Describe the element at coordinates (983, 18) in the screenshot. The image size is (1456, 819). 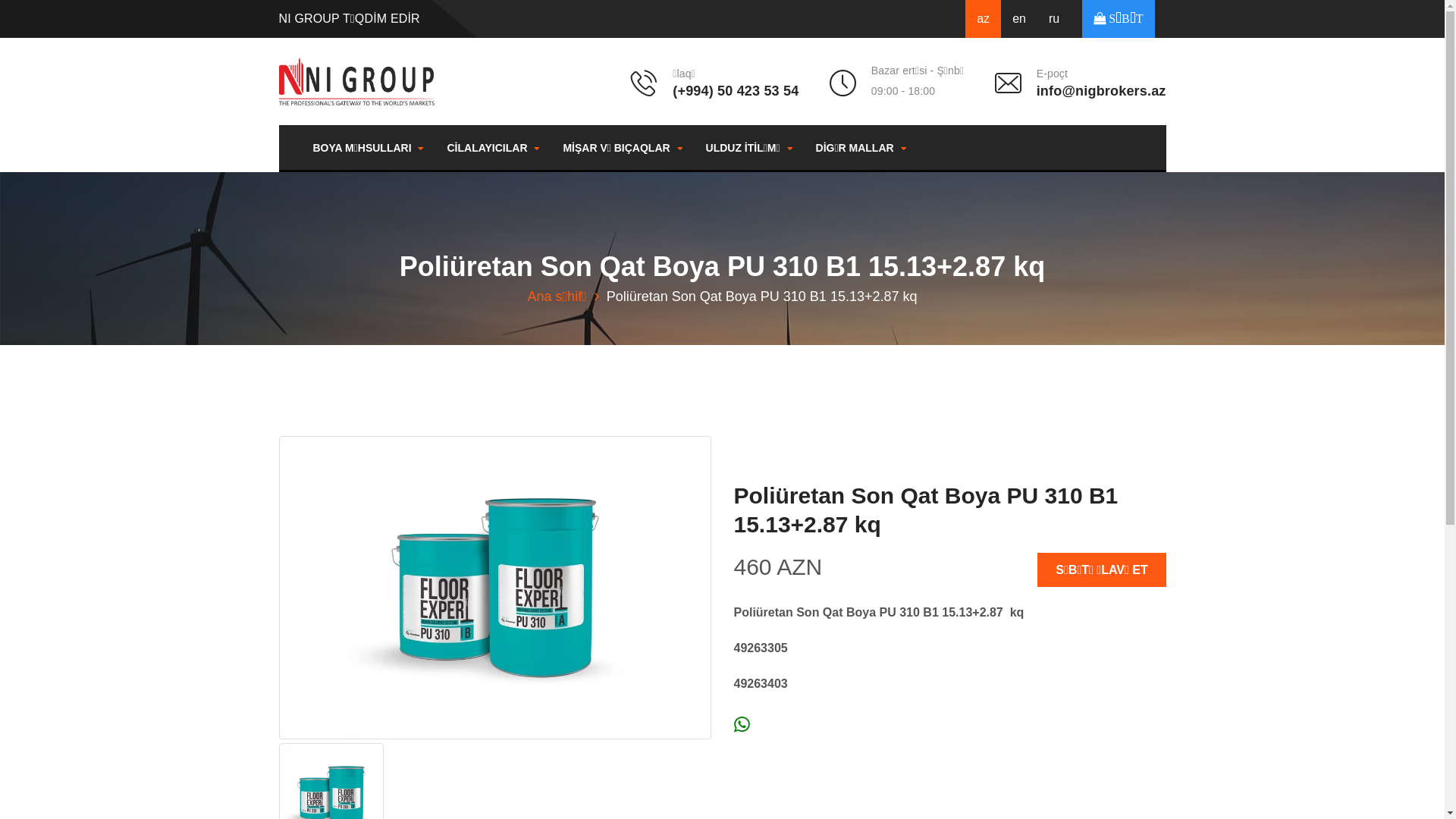
I see `'az'` at that location.